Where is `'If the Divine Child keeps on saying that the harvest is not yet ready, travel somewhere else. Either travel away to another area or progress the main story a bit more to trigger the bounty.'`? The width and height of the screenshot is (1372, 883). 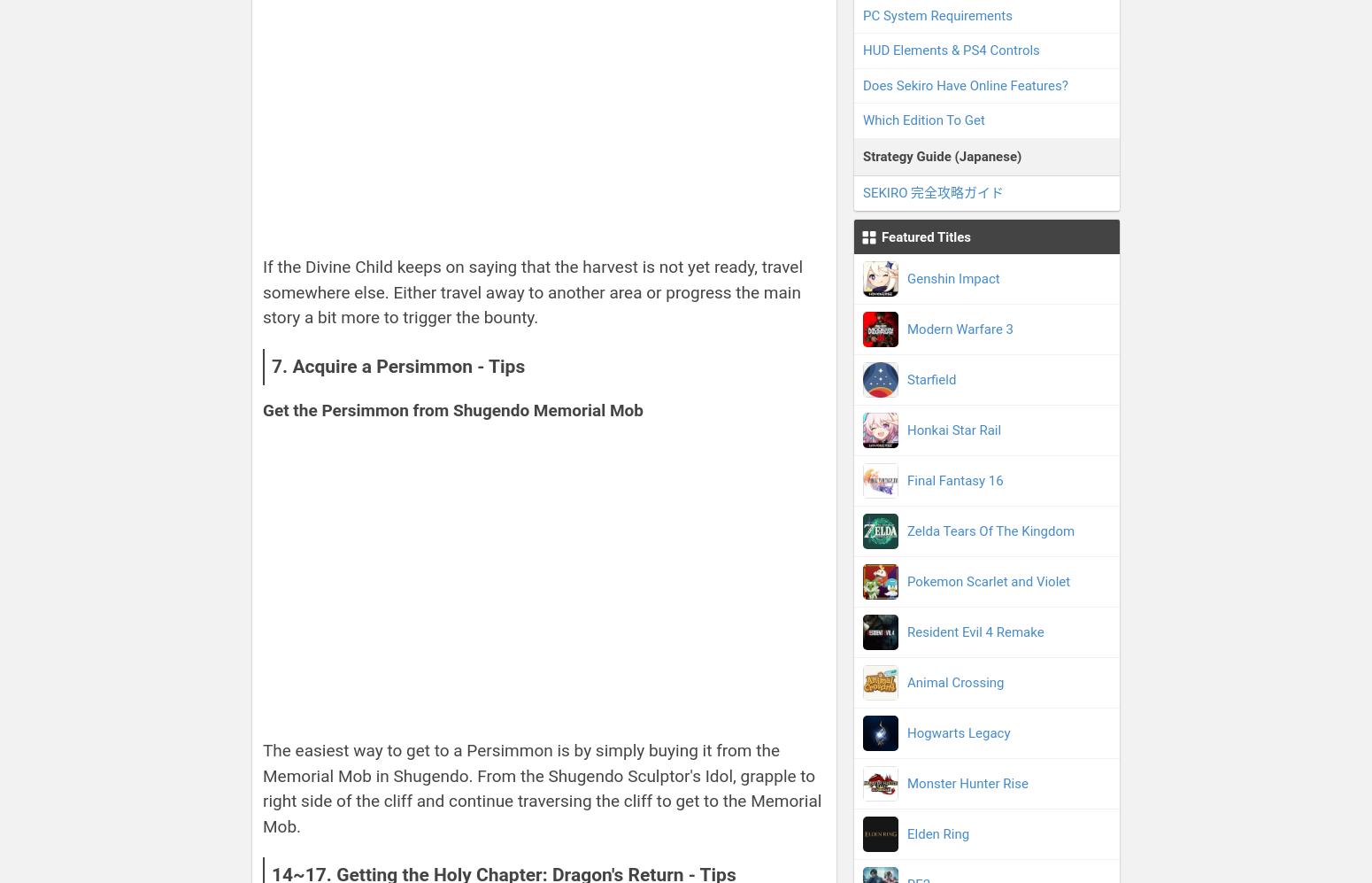
'If the Divine Child keeps on saying that the harvest is not yet ready, travel somewhere else. Either travel away to another area or progress the main story a bit more to trigger the bounty.' is located at coordinates (533, 291).